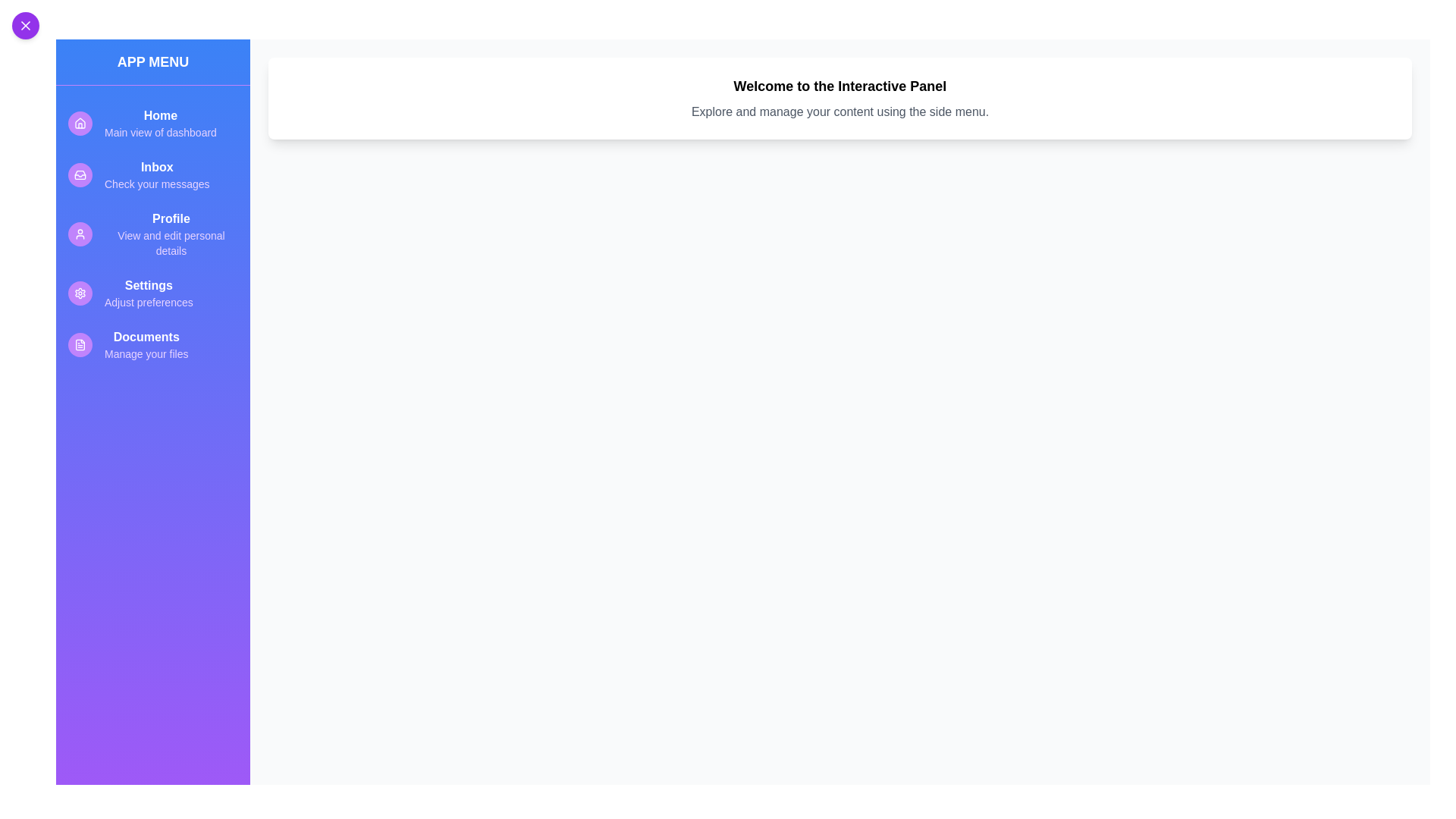 The image size is (1456, 819). I want to click on the menu item corresponding to Profile, so click(152, 234).